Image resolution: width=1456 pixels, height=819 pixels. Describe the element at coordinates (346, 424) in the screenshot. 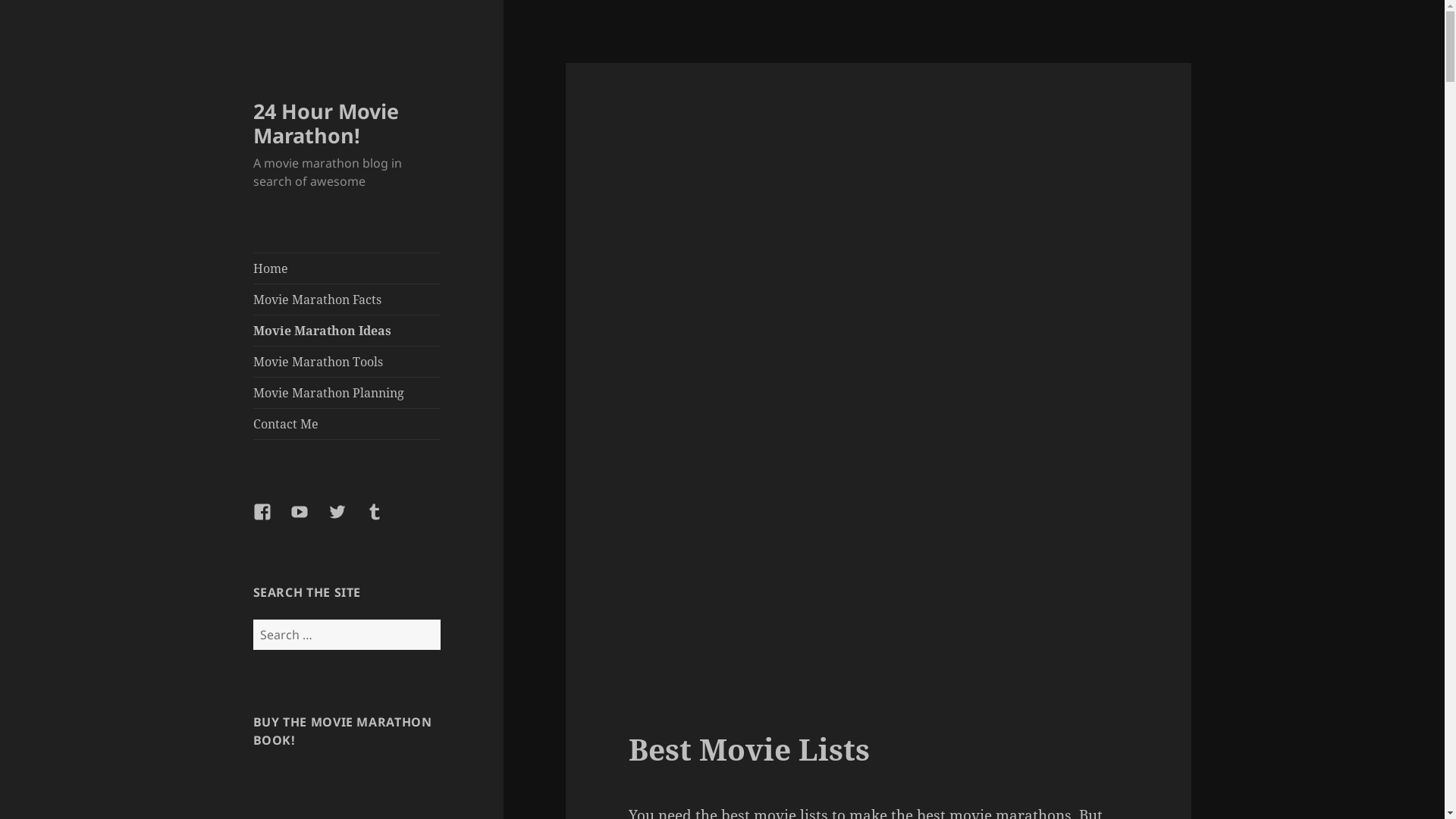

I see `'Contact Me'` at that location.